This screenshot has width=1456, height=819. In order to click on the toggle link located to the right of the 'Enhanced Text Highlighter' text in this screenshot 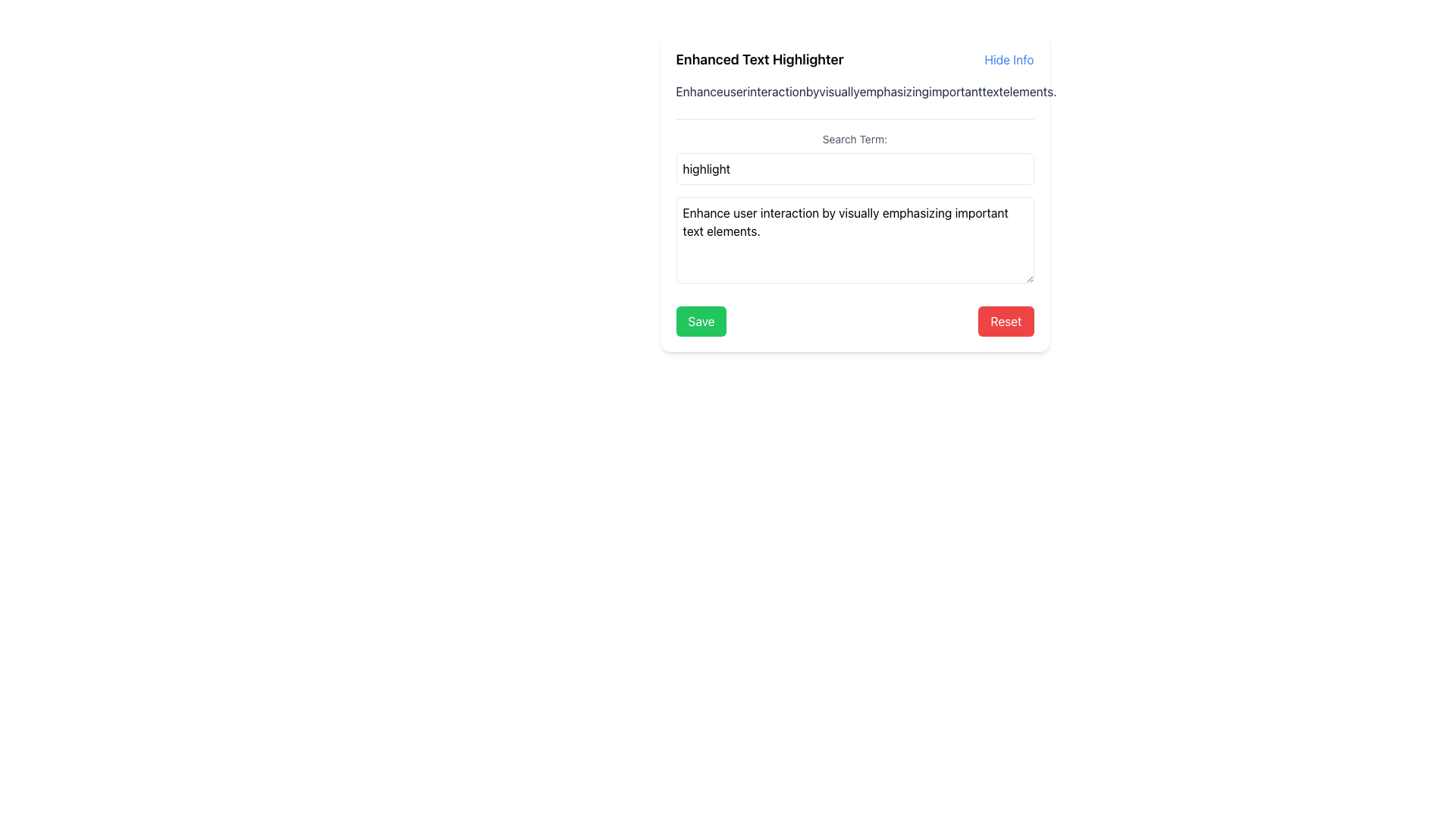, I will do `click(1009, 58)`.